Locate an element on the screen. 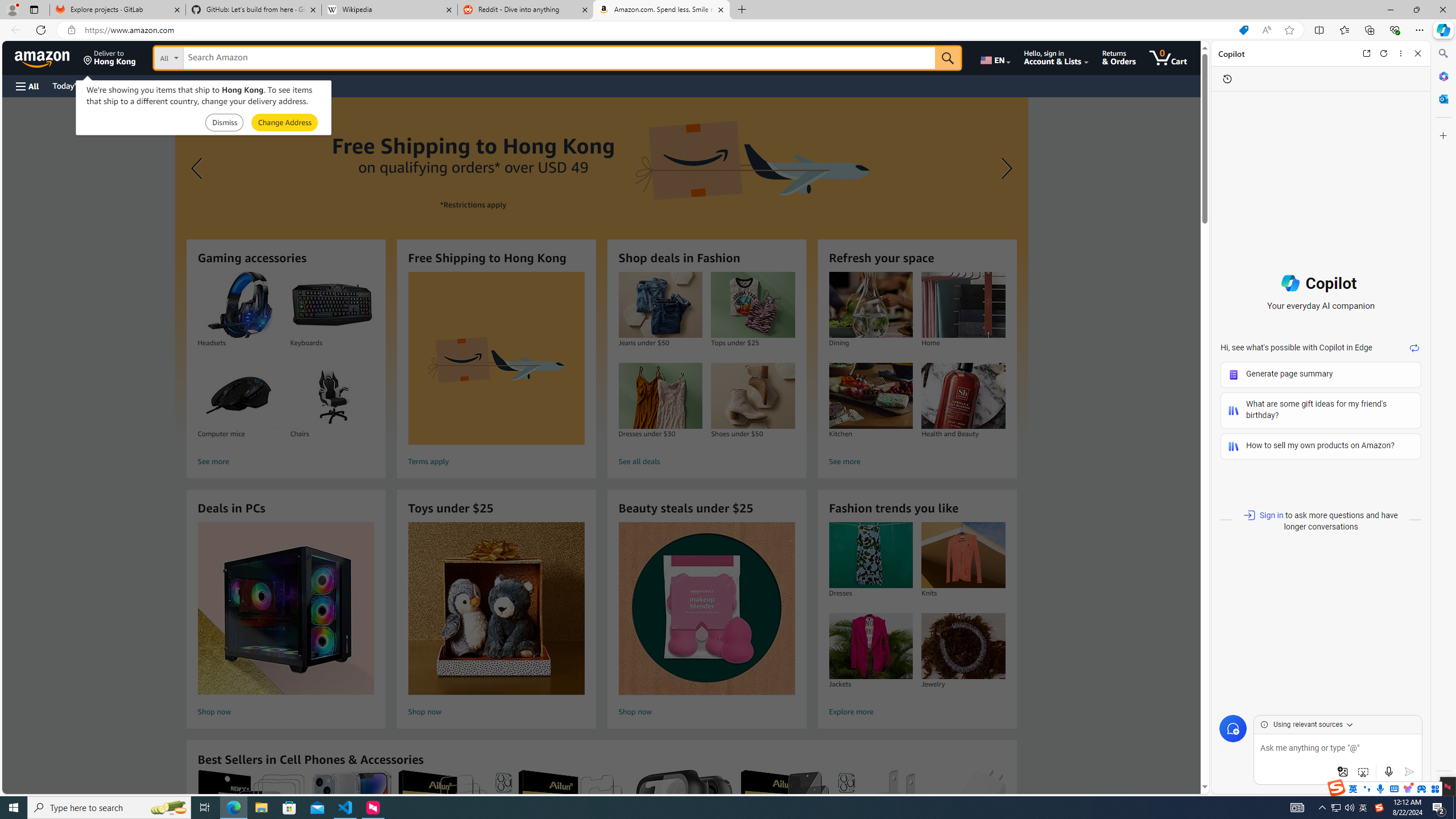 Image resolution: width=1456 pixels, height=819 pixels. 'Knits' is located at coordinates (963, 555).